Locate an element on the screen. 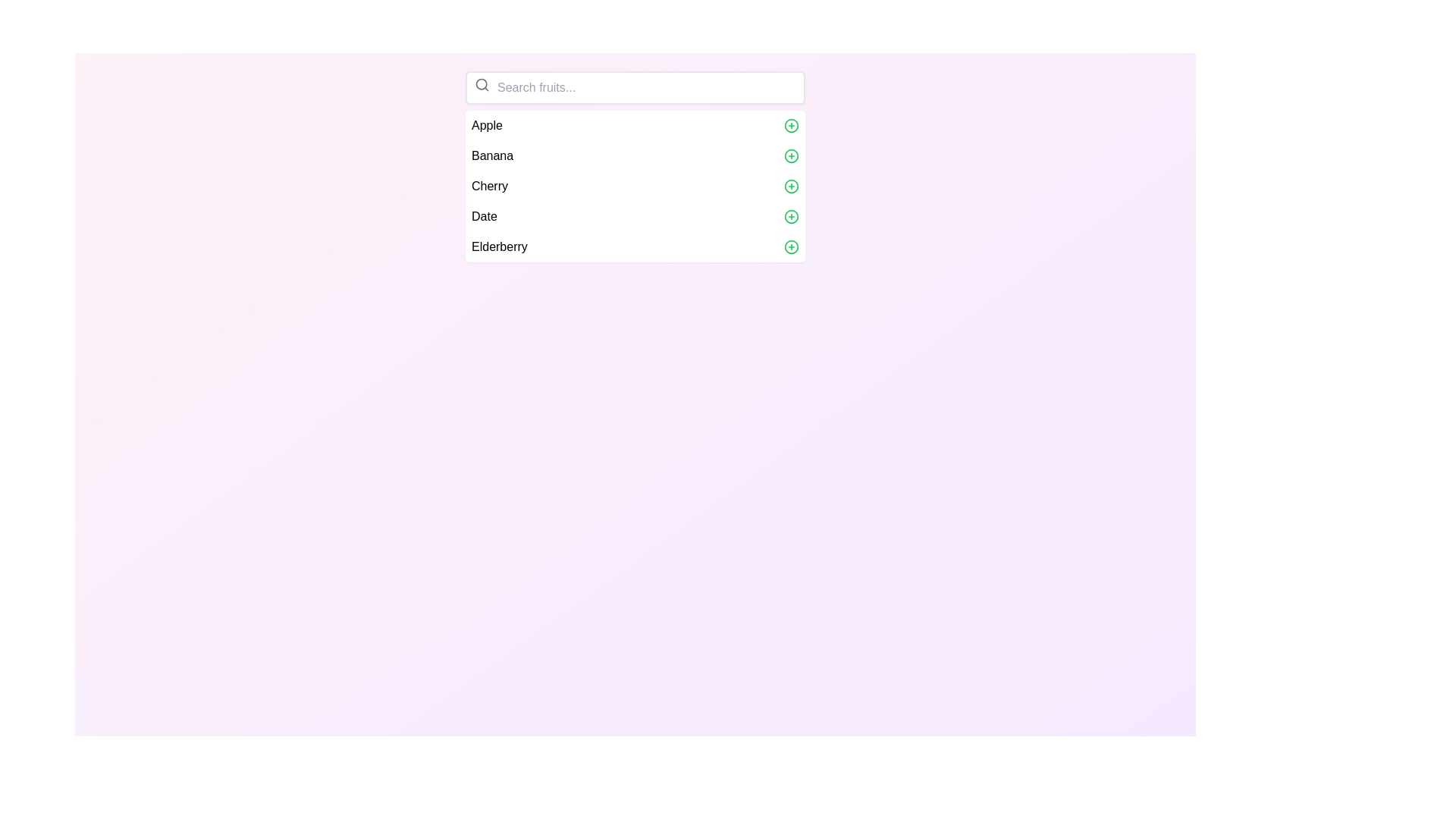 Image resolution: width=1456 pixels, height=819 pixels. the list item displaying 'Banana', which is the second item in a vertical list is located at coordinates (635, 155).